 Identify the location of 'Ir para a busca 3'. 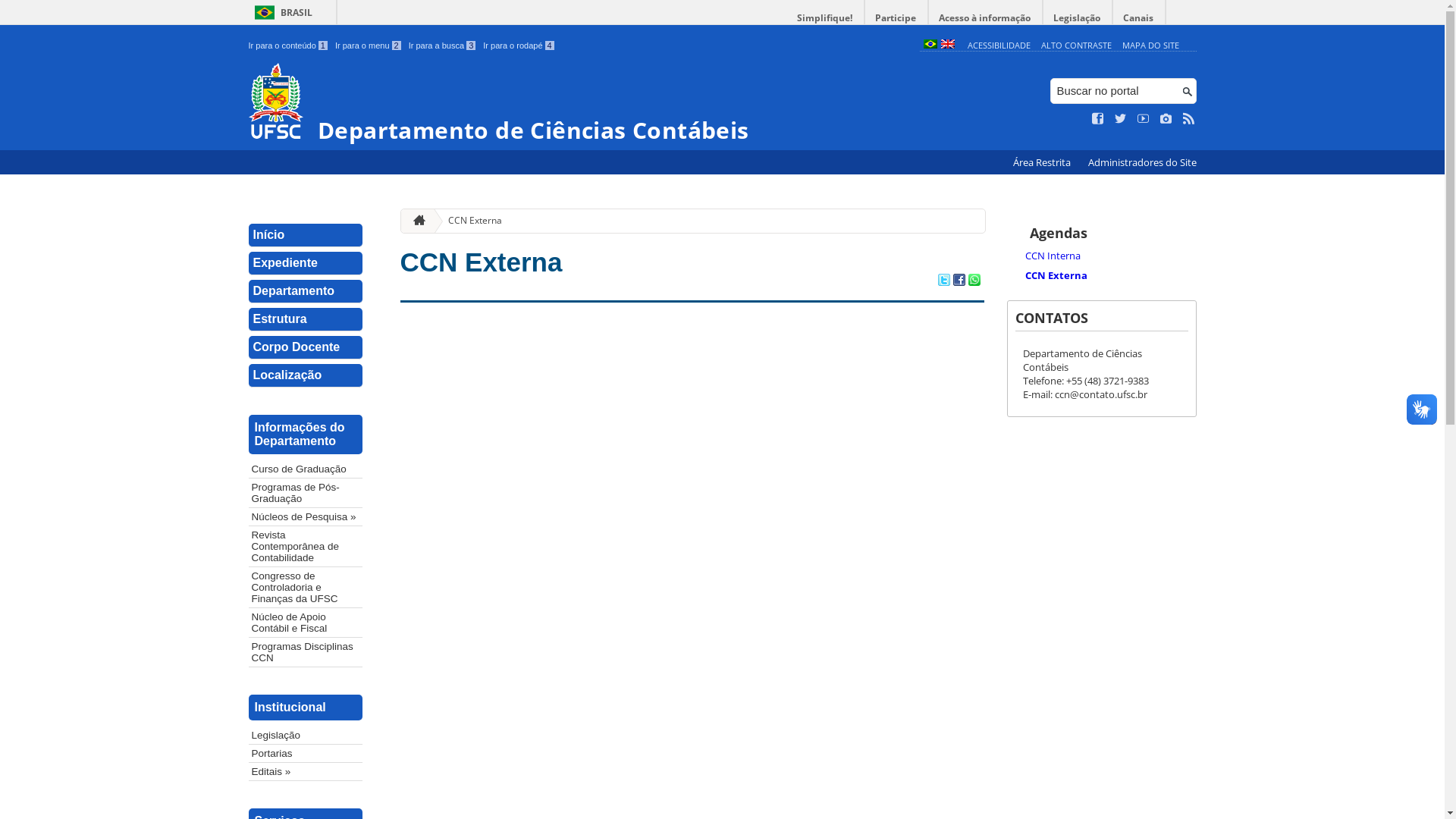
(441, 45).